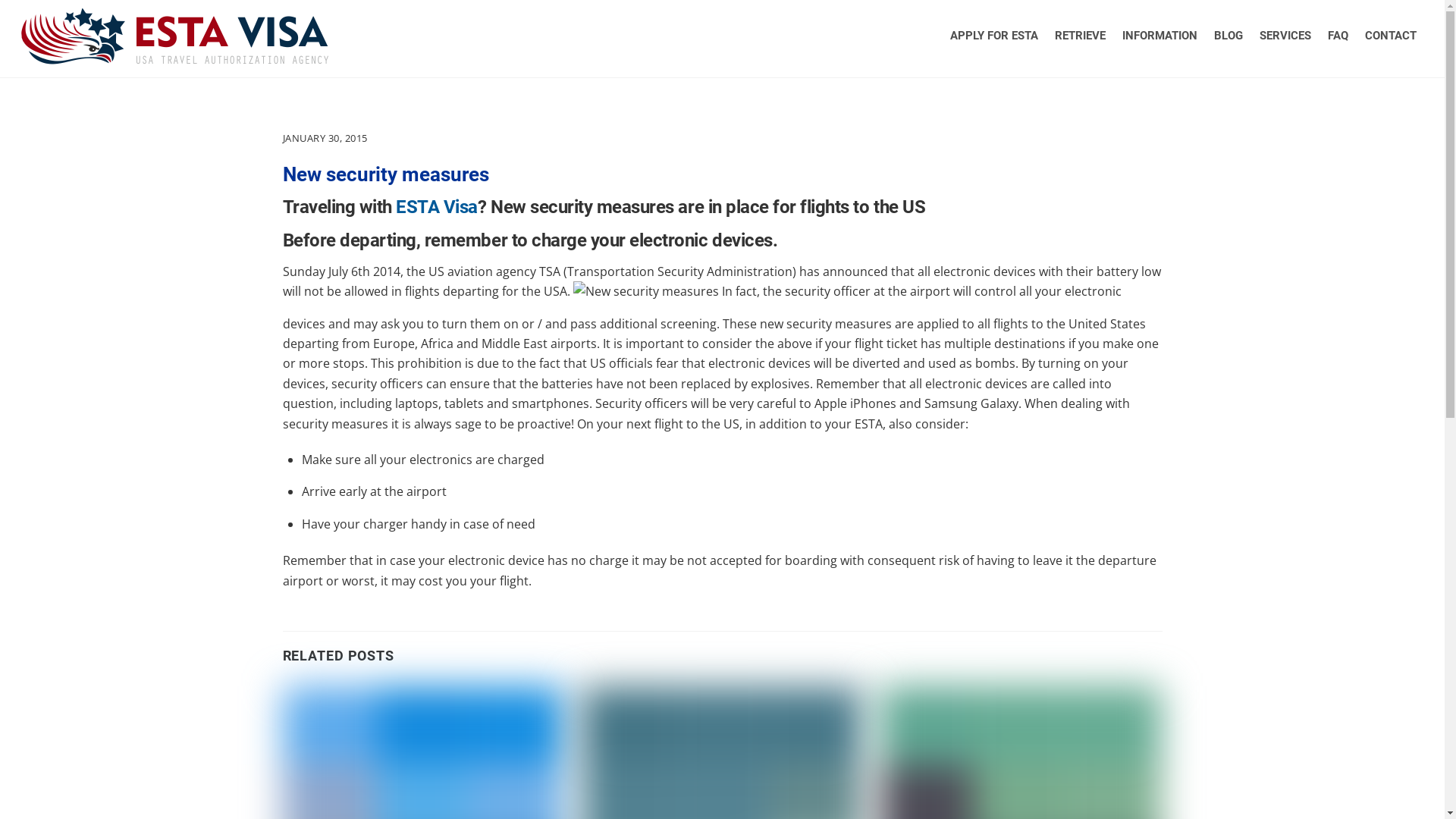  What do you see at coordinates (174, 35) in the screenshot?
I see `'visa-esta-logo'` at bounding box center [174, 35].